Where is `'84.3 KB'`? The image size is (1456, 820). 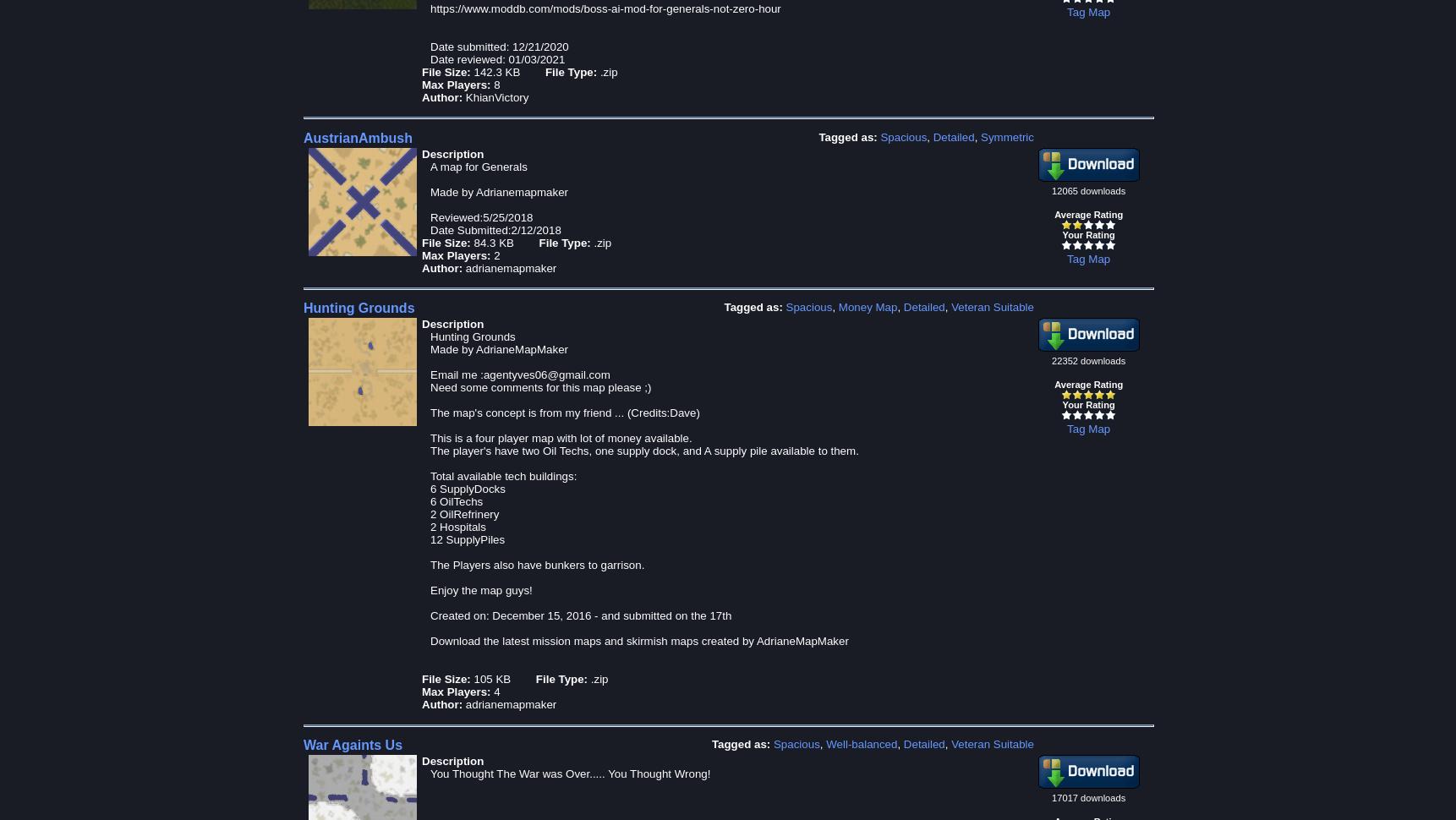 '84.3 KB' is located at coordinates (472, 241).